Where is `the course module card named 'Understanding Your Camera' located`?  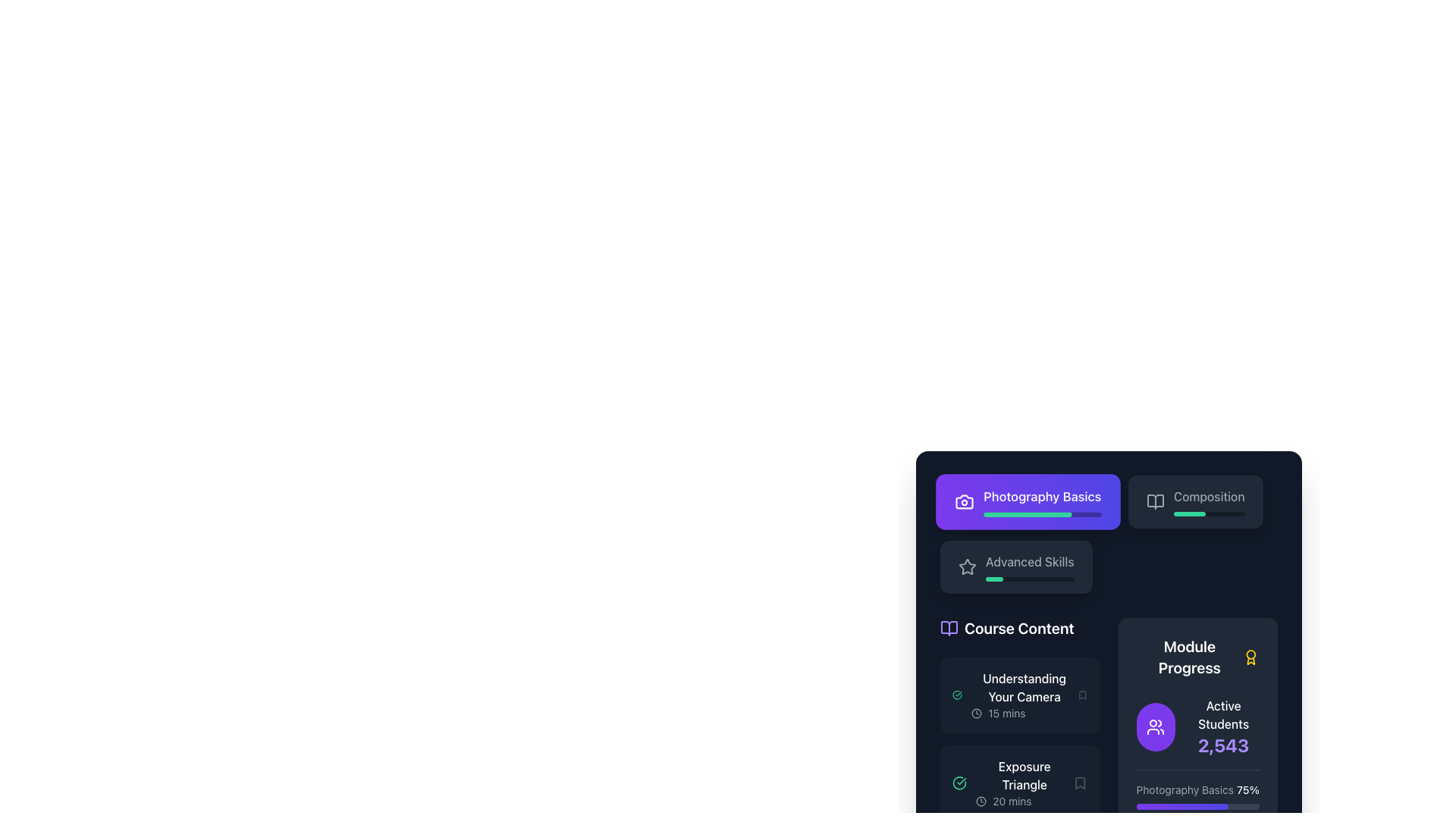 the course module card named 'Understanding Your Camera' located is located at coordinates (1025, 695).